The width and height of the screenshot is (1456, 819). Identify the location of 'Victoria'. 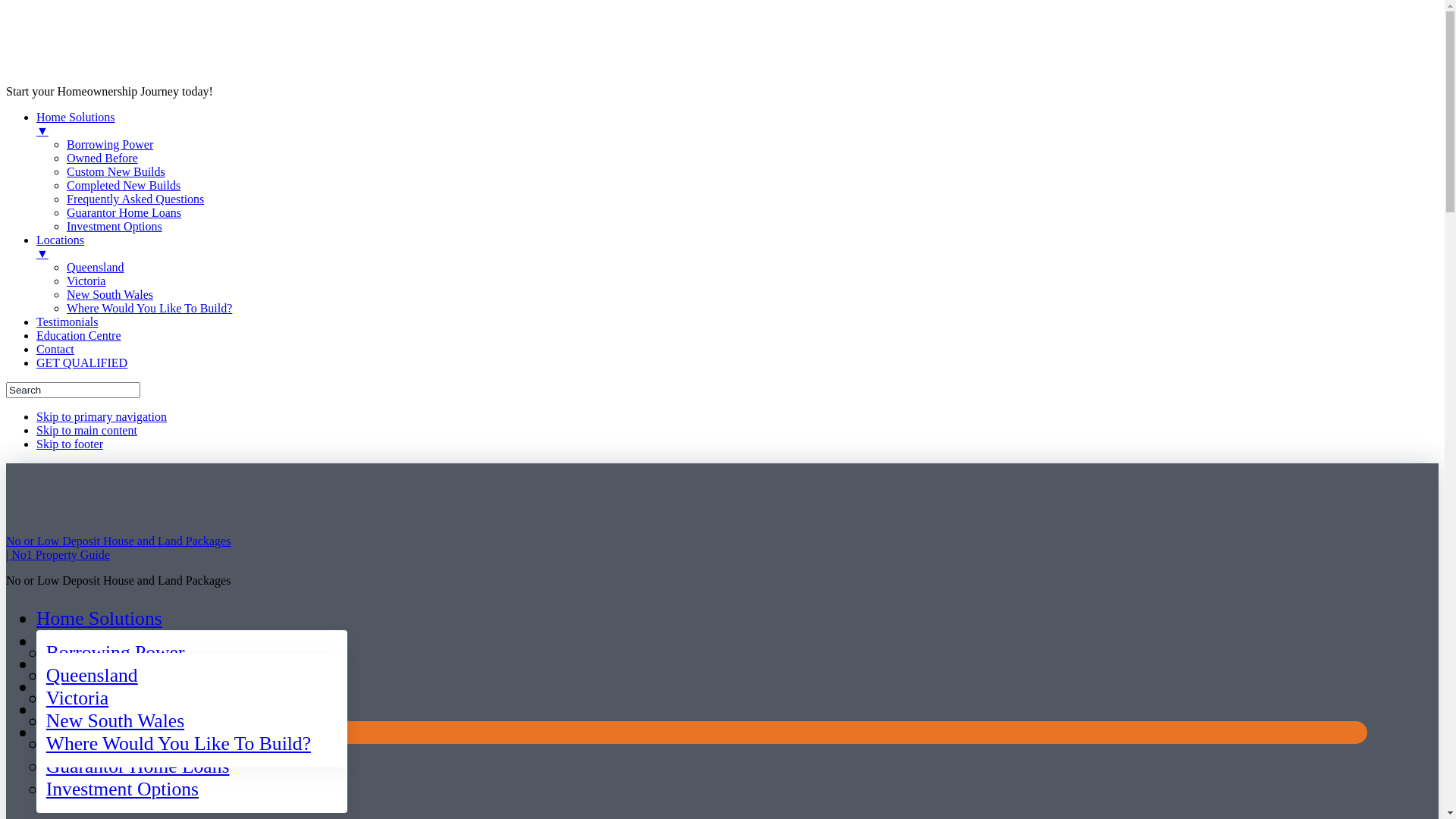
(76, 698).